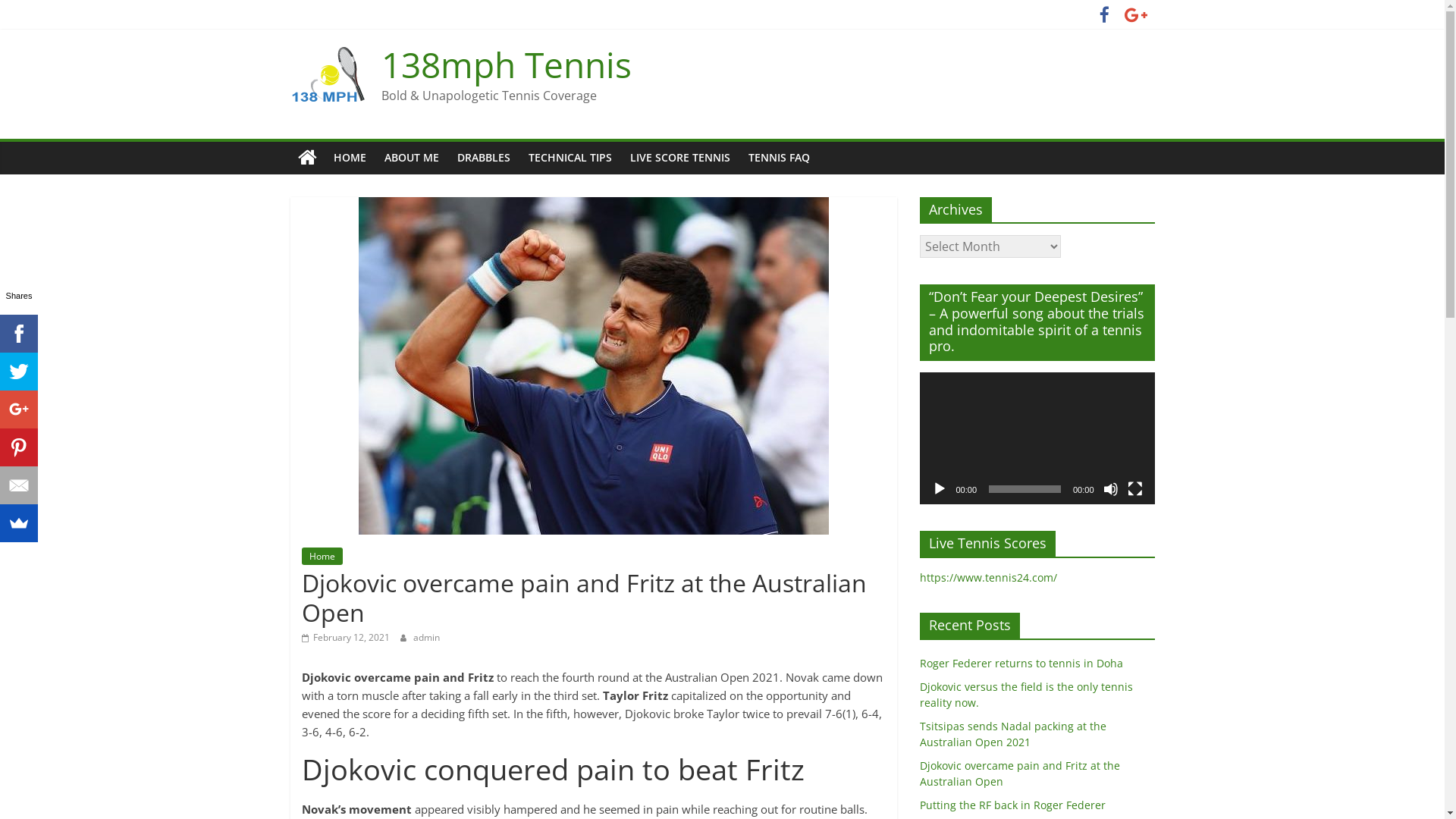  Describe the element at coordinates (1012, 733) in the screenshot. I see `'Tsitsipas sends Nadal packing at the Australian Open 2021'` at that location.